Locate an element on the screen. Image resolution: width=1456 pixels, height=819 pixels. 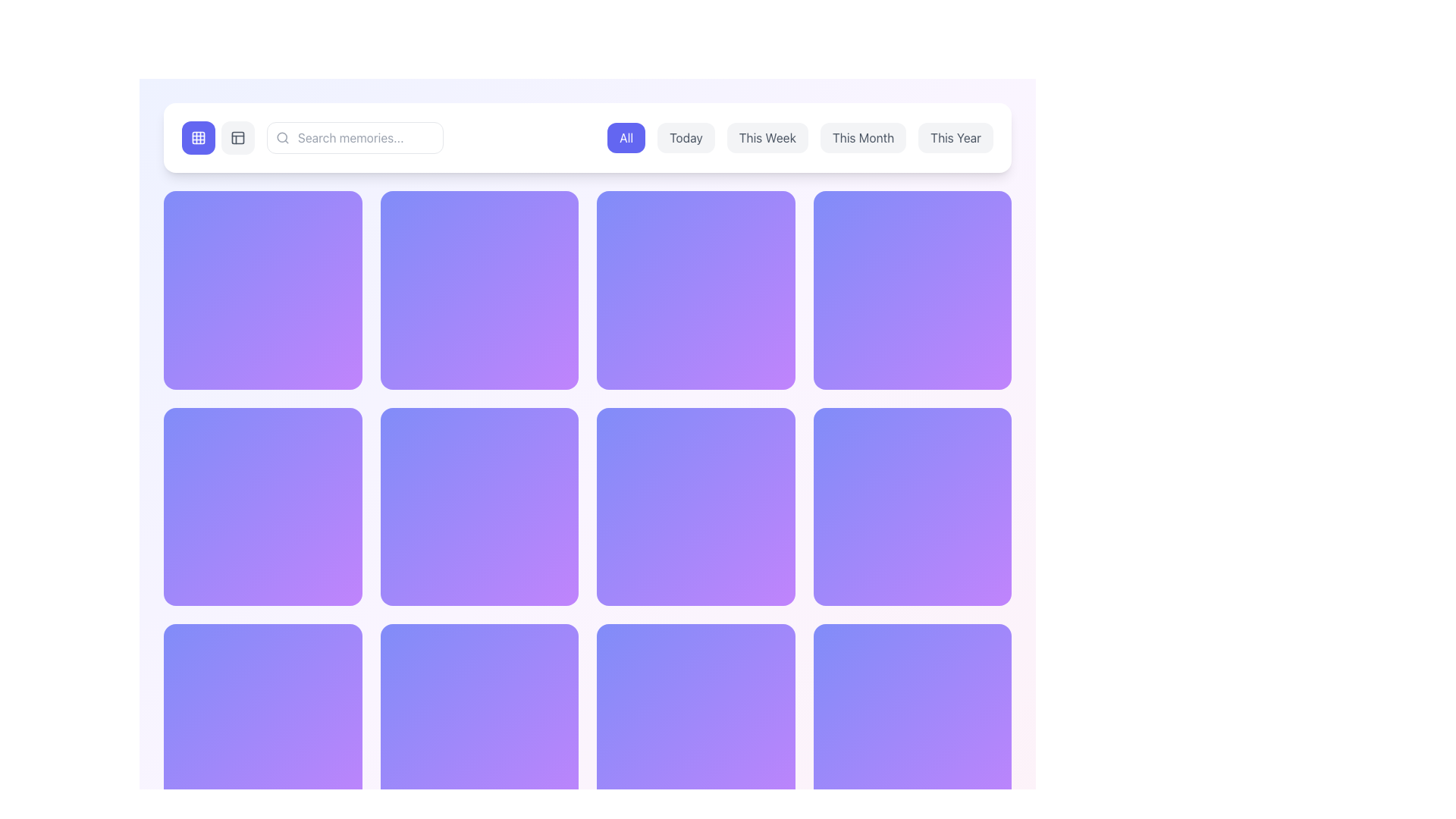
the 'This Month' filter button located in the row of buttons at the top center of the interface to apply the filter for the current month is located at coordinates (863, 137).